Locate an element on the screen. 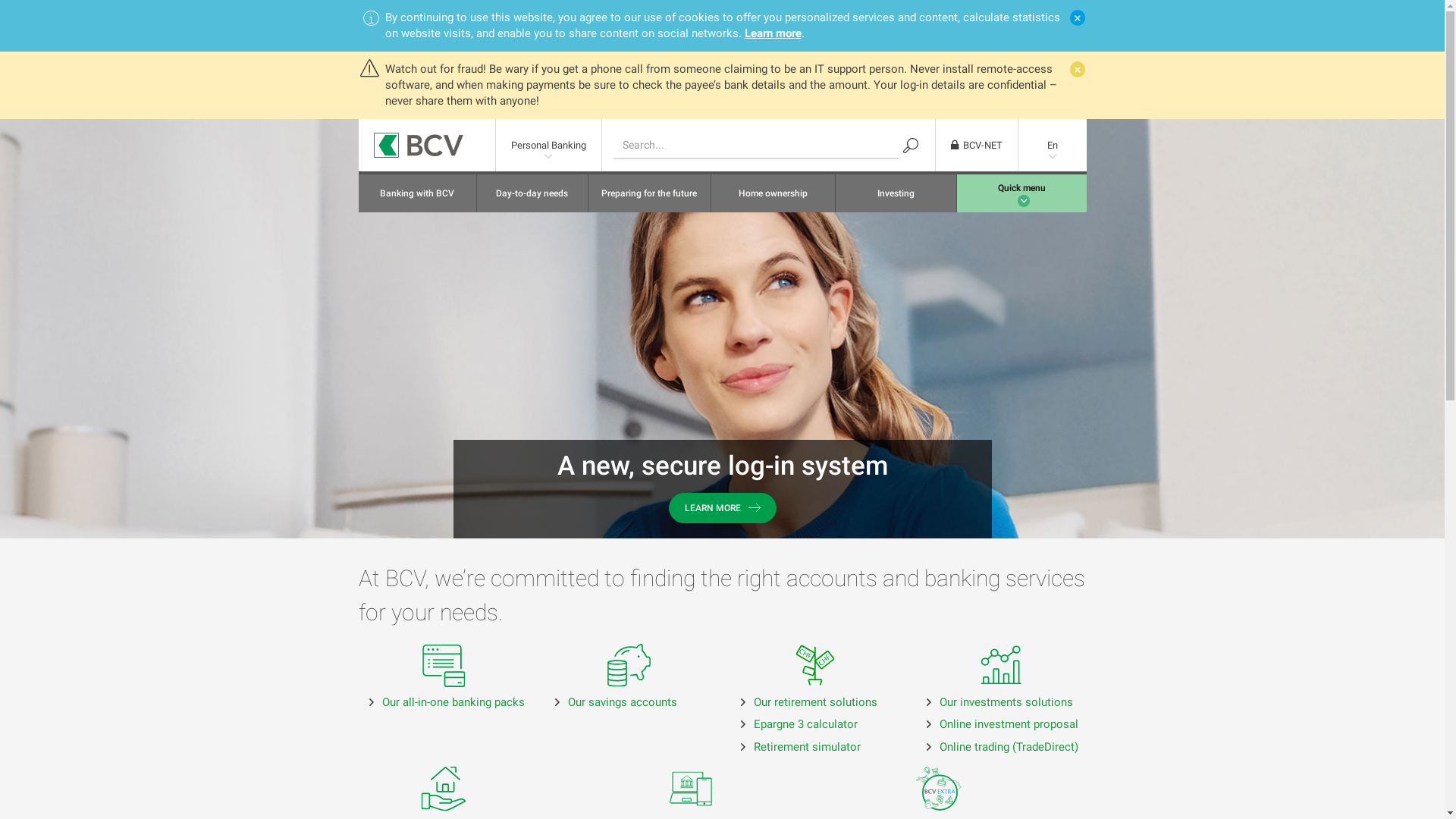  'Our investments solutions' is located at coordinates (1005, 701).